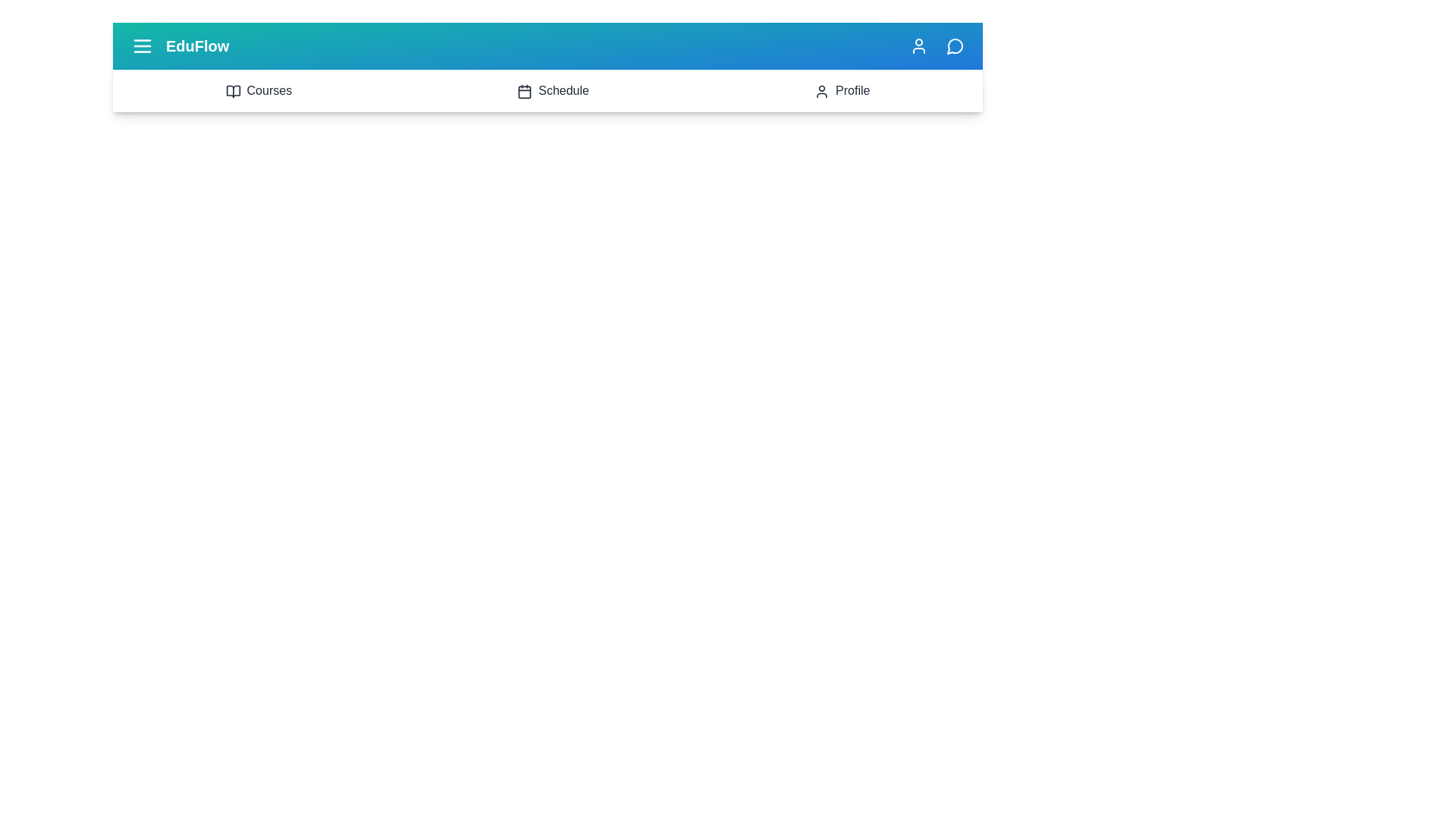 The width and height of the screenshot is (1456, 819). Describe the element at coordinates (552, 90) in the screenshot. I see `the 'Schedule' menu item to navigate to the 'Schedule' section` at that location.